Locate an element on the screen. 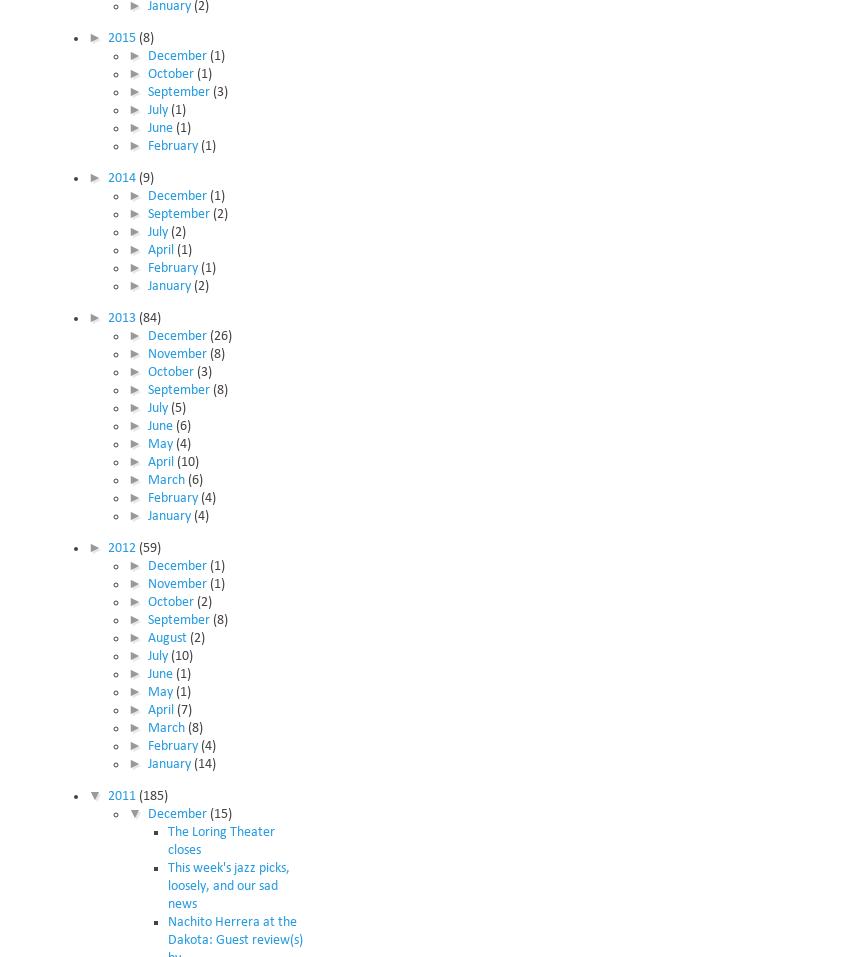 This screenshot has height=957, width=868. '(14)' is located at coordinates (203, 763).